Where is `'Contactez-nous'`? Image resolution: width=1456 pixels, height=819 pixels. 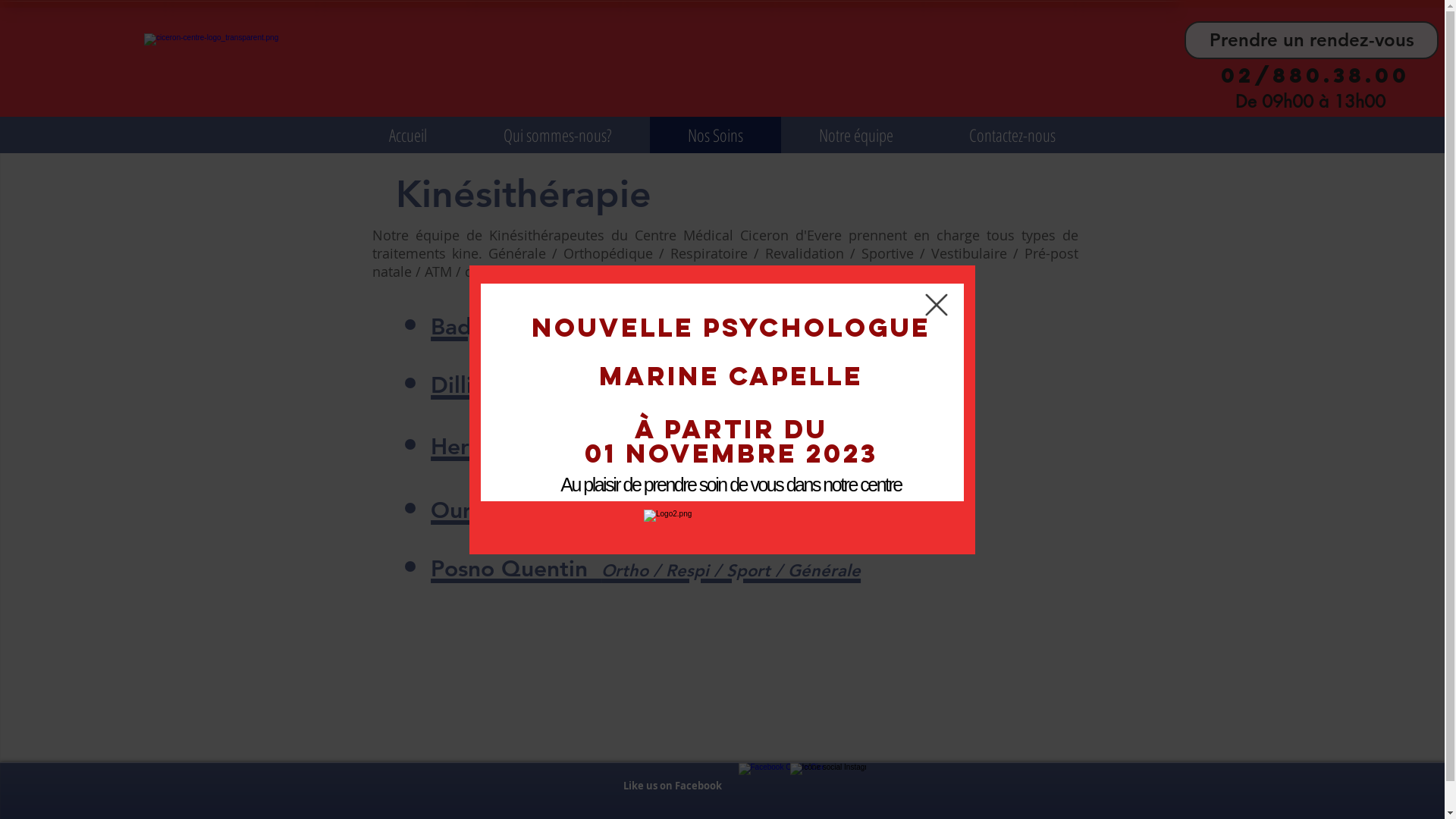
'Contactez-nous' is located at coordinates (1012, 133).